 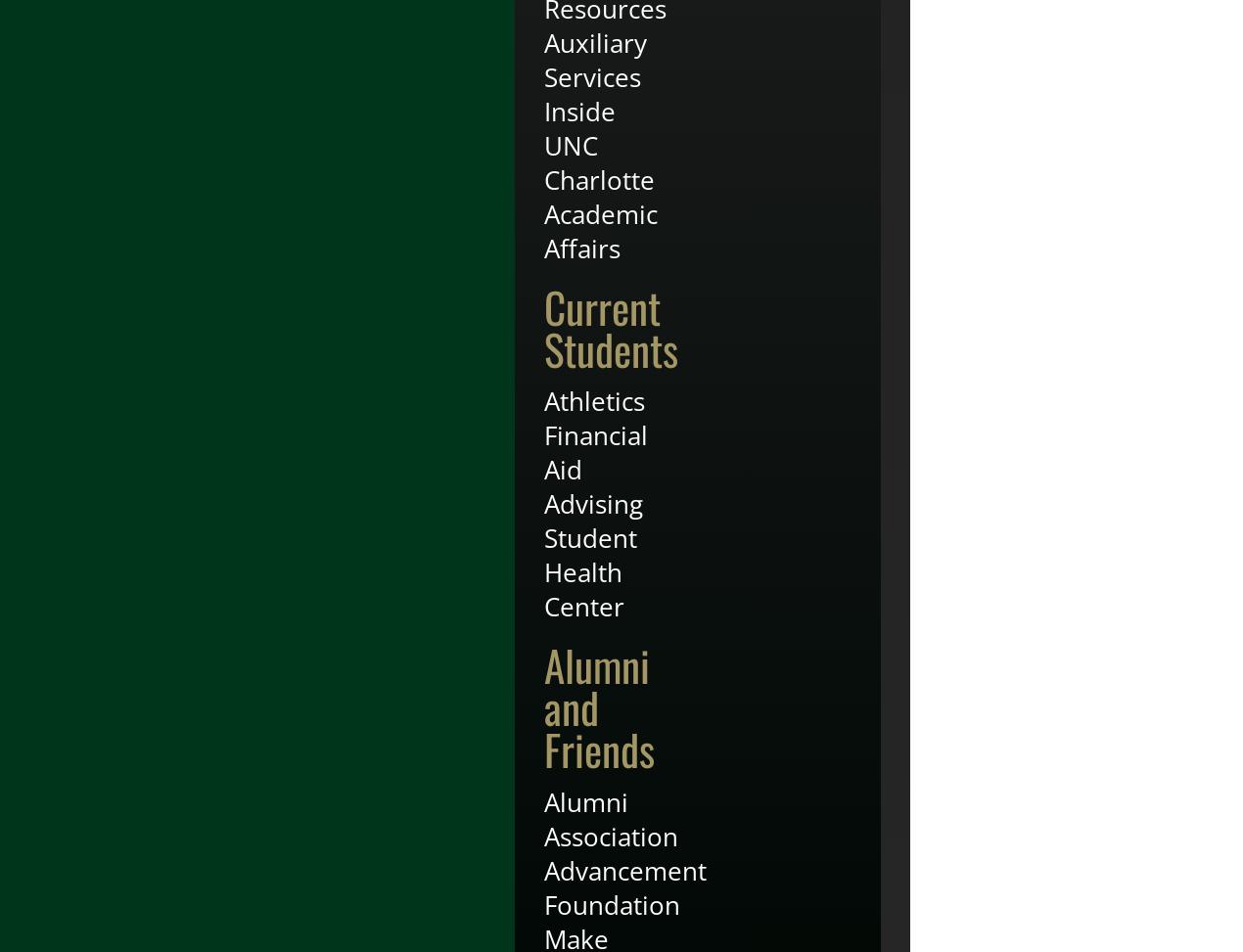 What do you see at coordinates (593, 502) in the screenshot?
I see `'Advising'` at bounding box center [593, 502].